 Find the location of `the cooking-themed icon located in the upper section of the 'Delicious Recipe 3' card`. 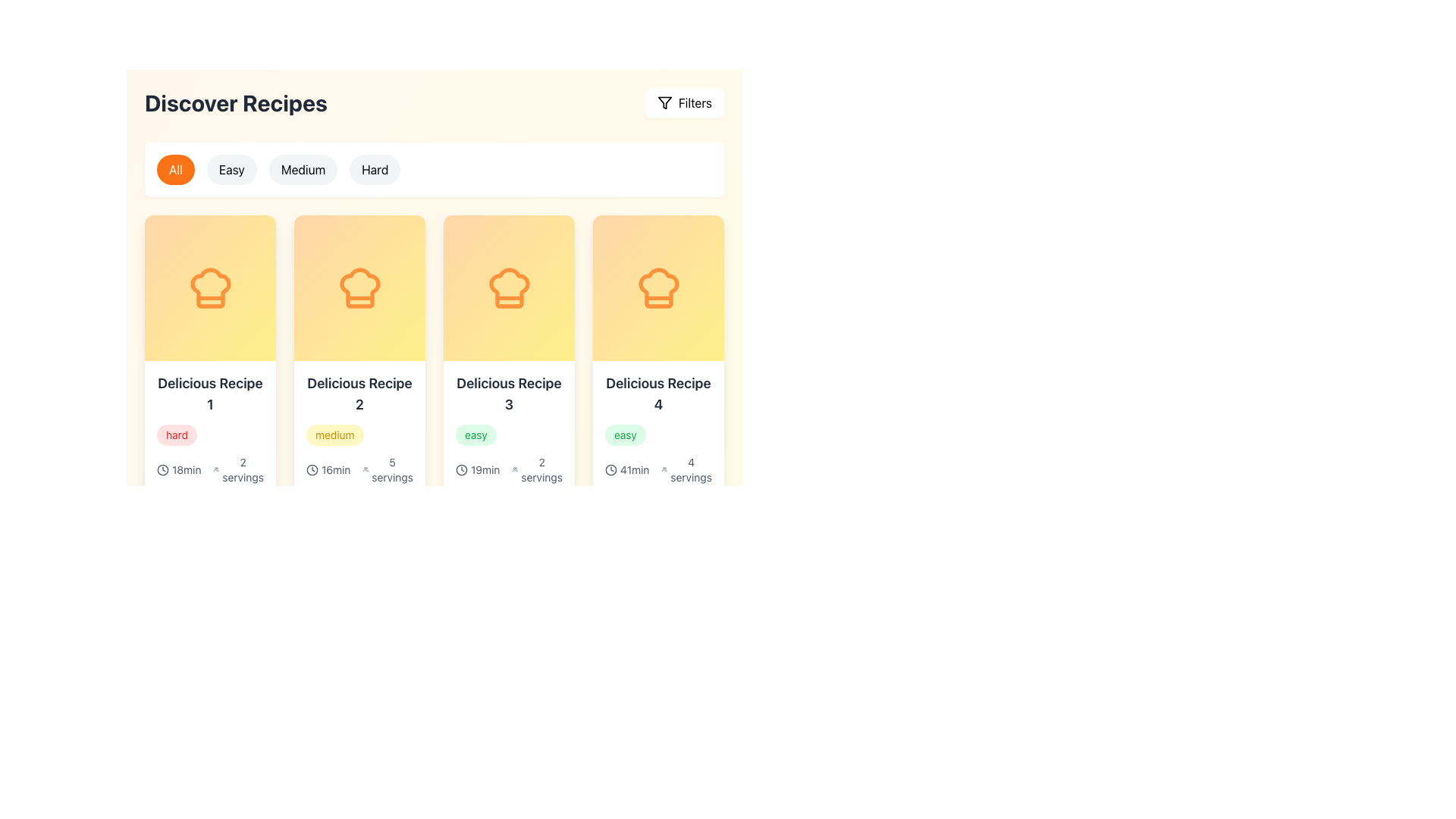

the cooking-themed icon located in the upper section of the 'Delicious Recipe 3' card is located at coordinates (509, 288).